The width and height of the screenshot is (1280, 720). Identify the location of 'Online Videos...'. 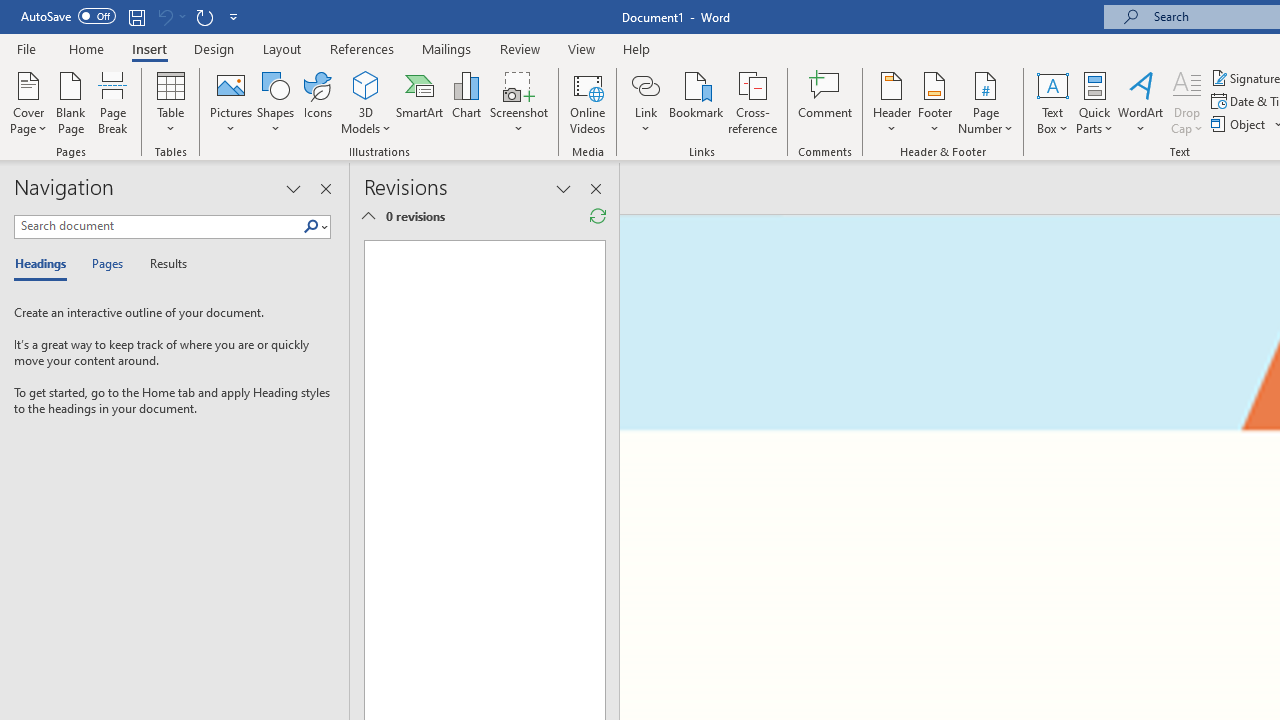
(587, 103).